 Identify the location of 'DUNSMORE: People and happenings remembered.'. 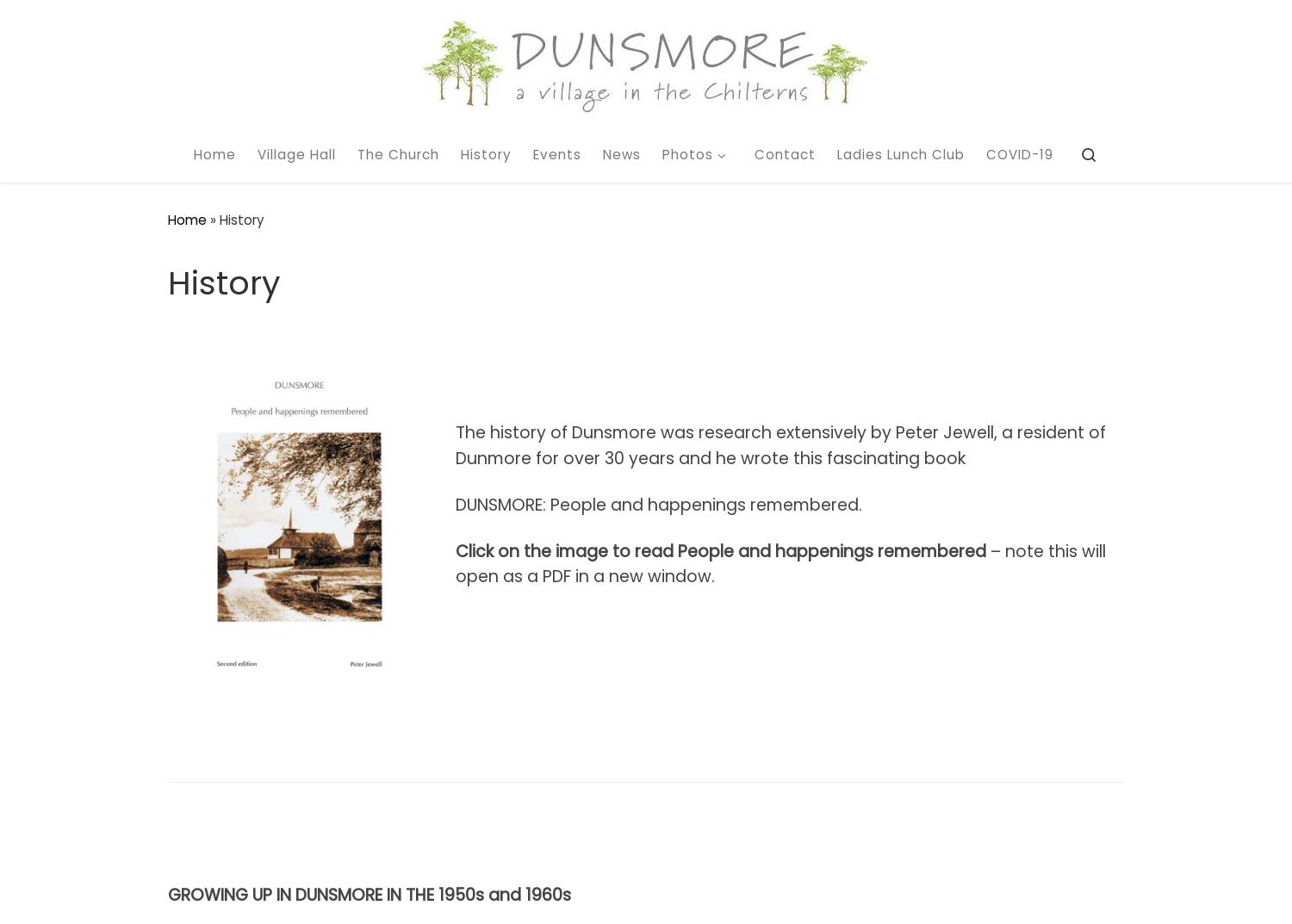
(657, 504).